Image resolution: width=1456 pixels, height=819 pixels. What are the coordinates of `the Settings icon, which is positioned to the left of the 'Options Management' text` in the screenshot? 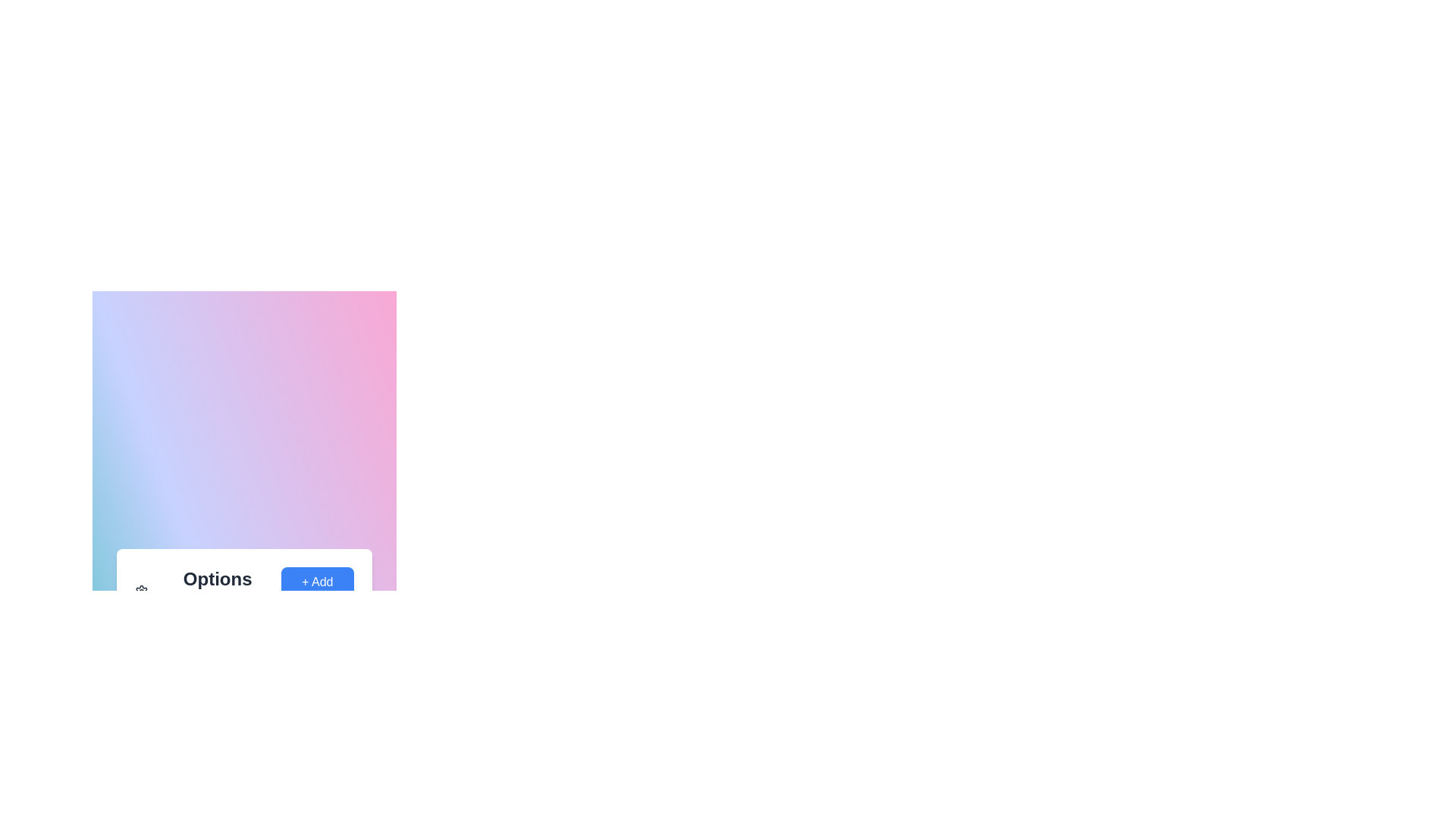 It's located at (141, 590).